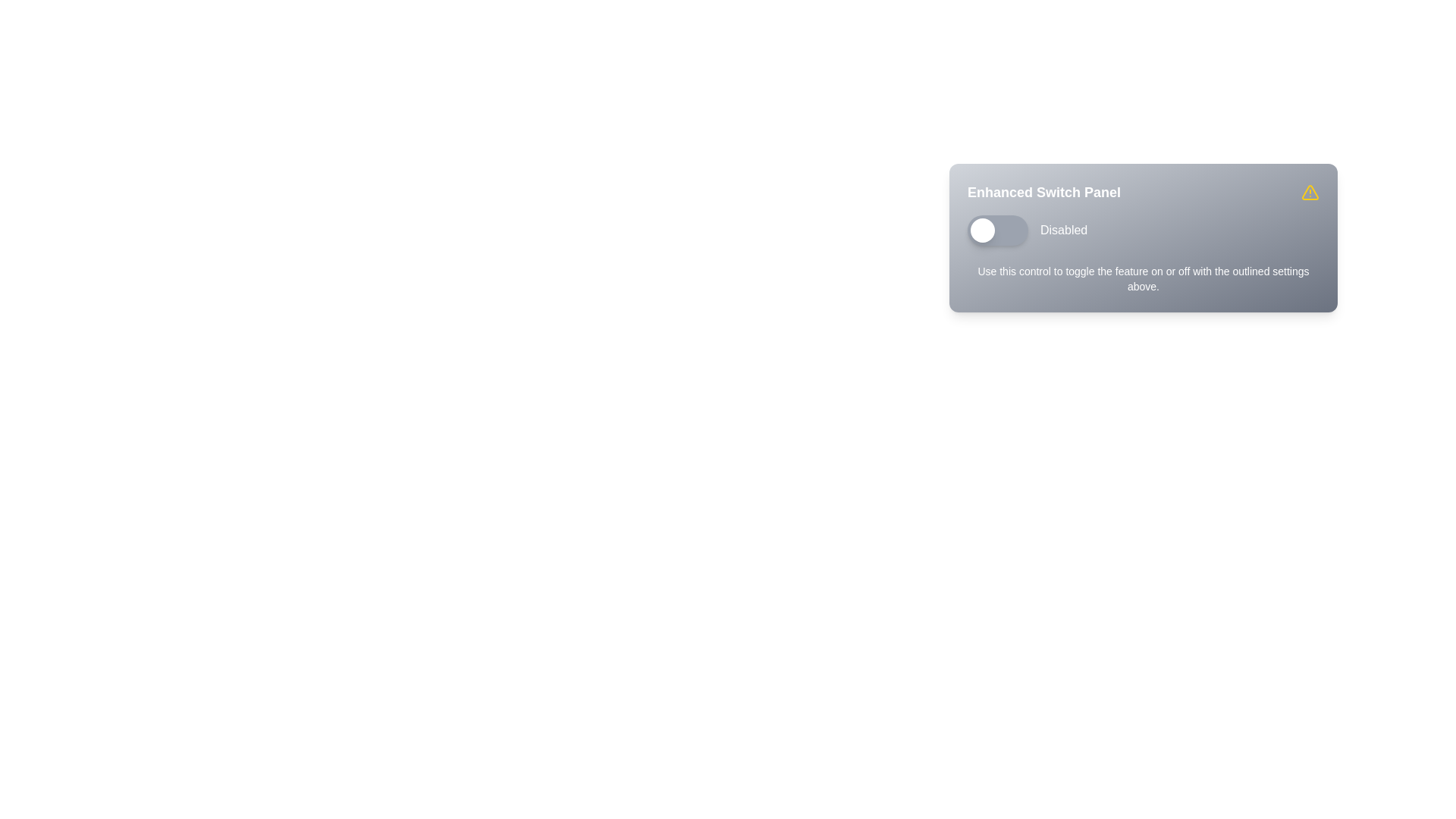  Describe the element at coordinates (983, 231) in the screenshot. I see `the draggable knob of the toggle switch, currently in the 'off' state` at that location.